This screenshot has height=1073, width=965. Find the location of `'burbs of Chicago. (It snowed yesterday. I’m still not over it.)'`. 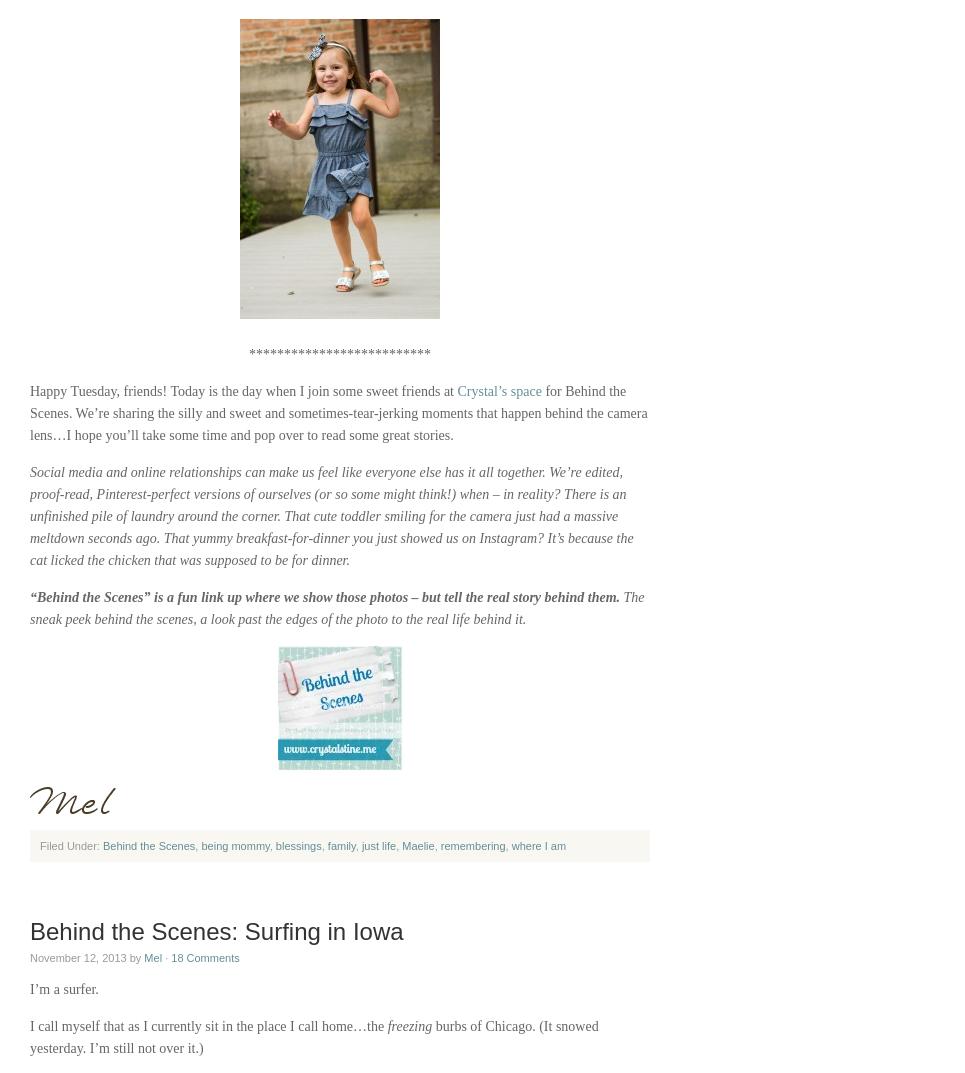

'burbs of Chicago. (It snowed yesterday. I’m still not over it.)' is located at coordinates (313, 1037).